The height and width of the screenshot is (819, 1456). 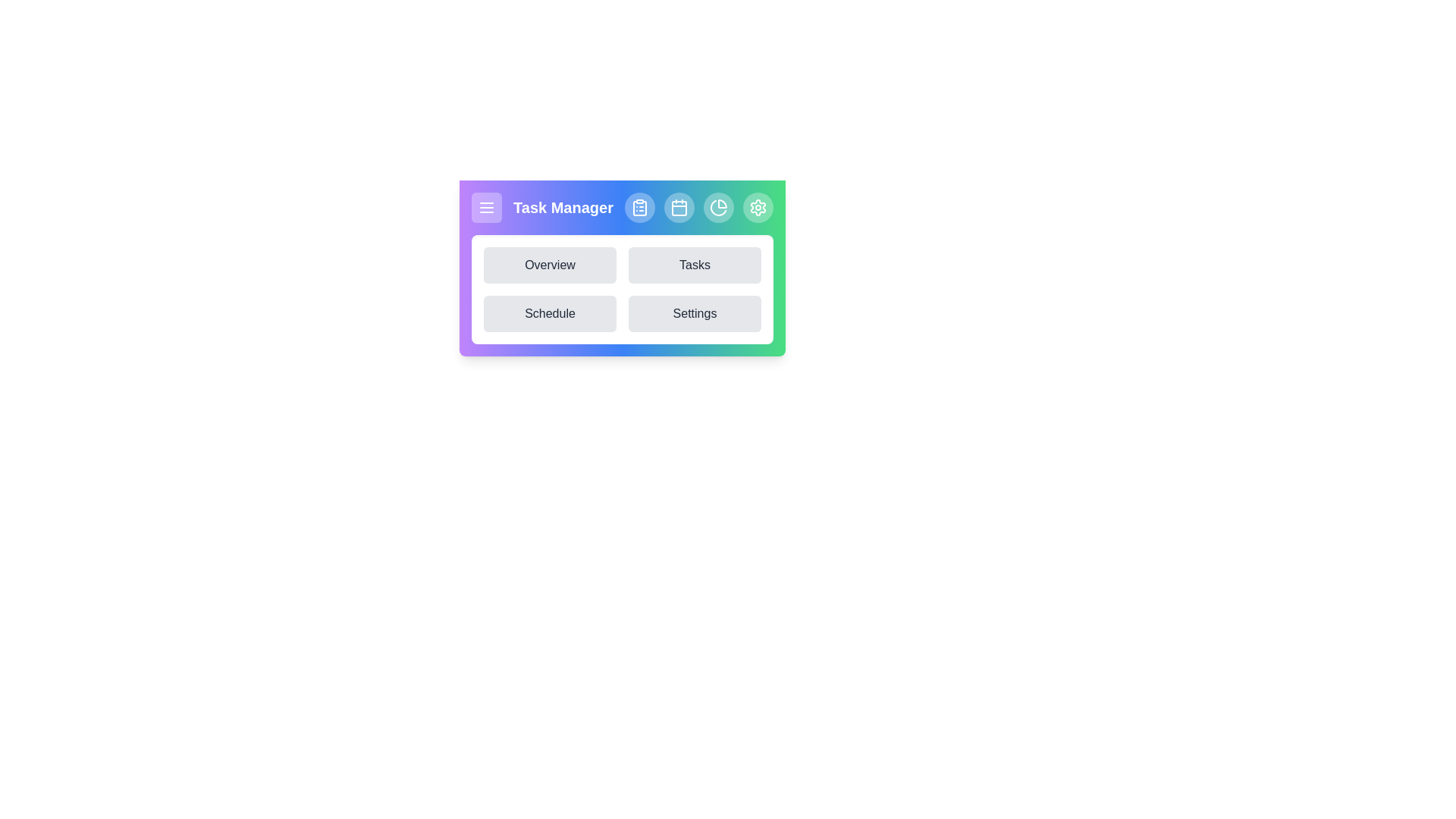 What do you see at coordinates (549, 265) in the screenshot?
I see `the Overview navigation button` at bounding box center [549, 265].